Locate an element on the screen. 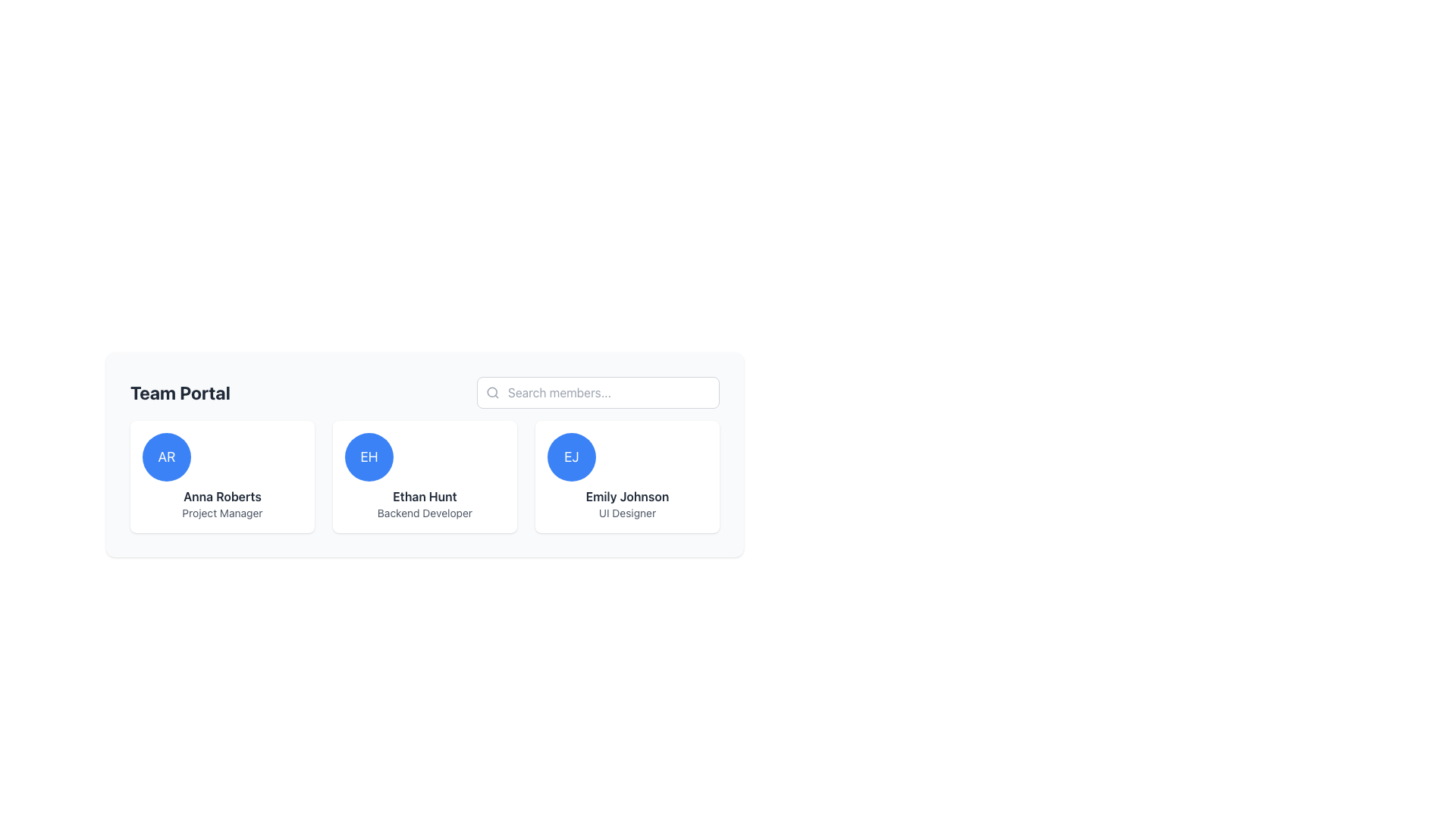  the circle element of the magnifying glass icon, which represents search functionality, located to the left of the input field labeled 'Search members...' is located at coordinates (492, 391).